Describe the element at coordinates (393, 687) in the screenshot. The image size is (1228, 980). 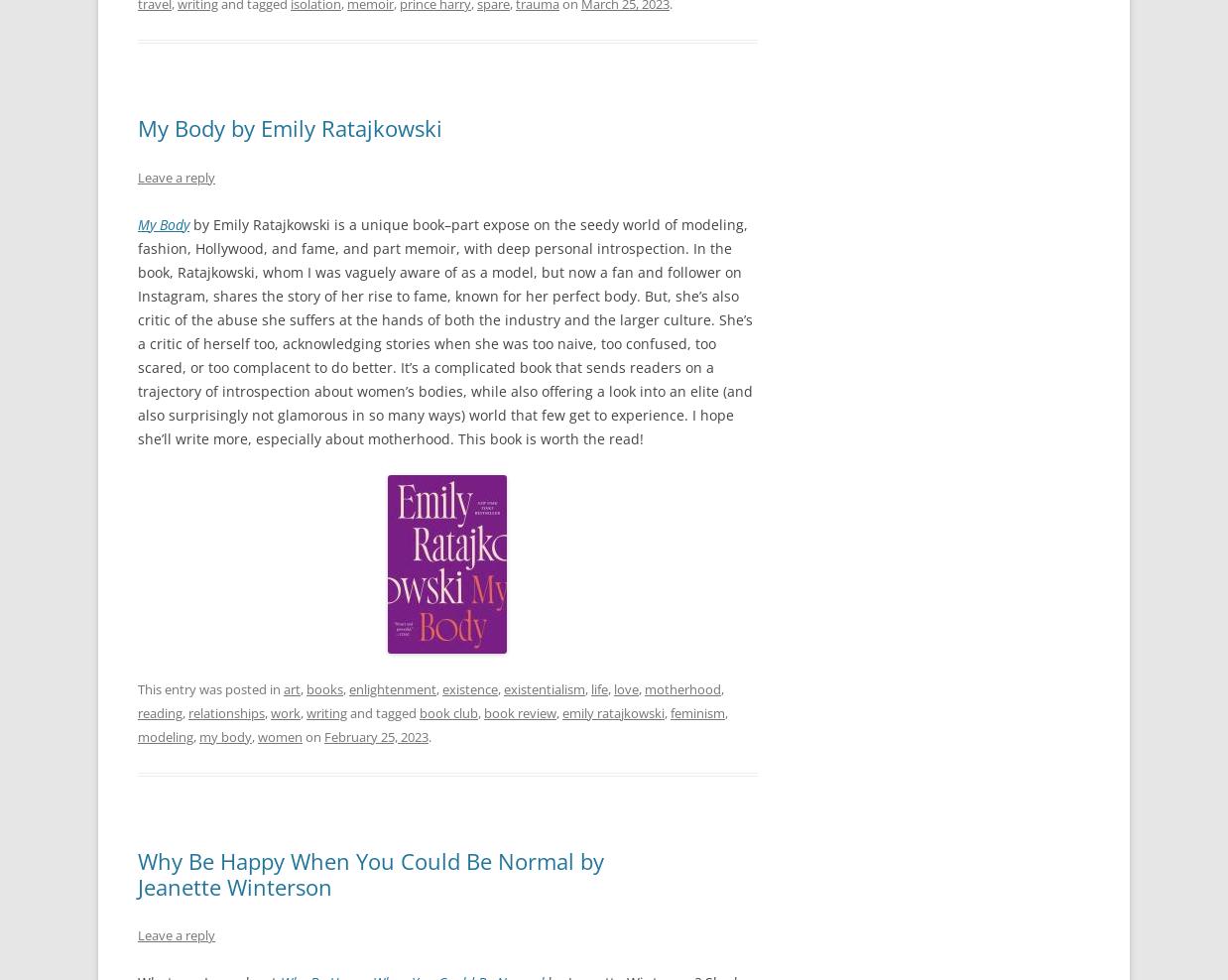
I see `'enlightenment'` at that location.